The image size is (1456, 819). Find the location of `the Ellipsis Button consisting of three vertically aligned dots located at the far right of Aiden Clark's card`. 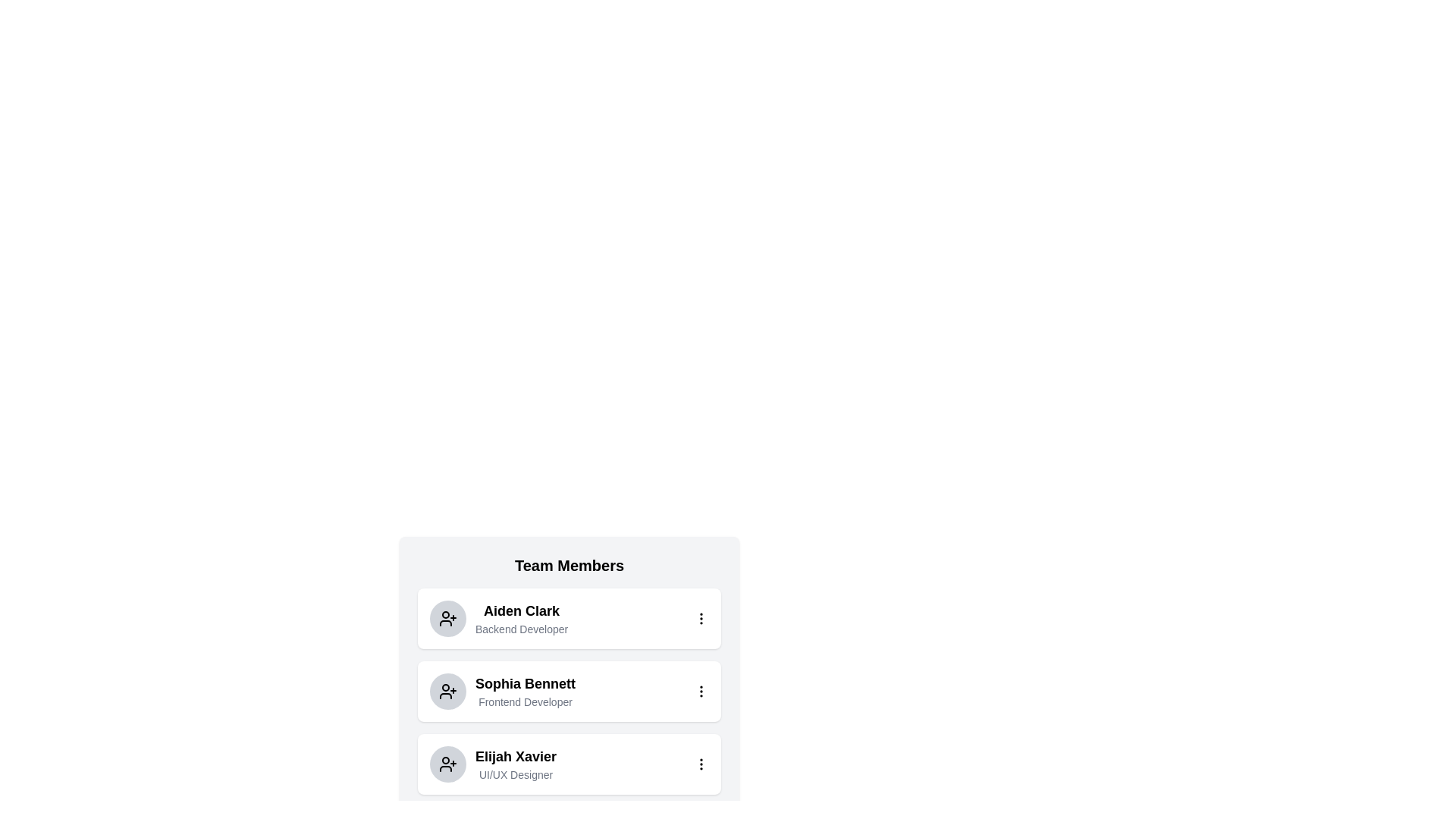

the Ellipsis Button consisting of three vertically aligned dots located at the far right of Aiden Clark's card is located at coordinates (701, 619).